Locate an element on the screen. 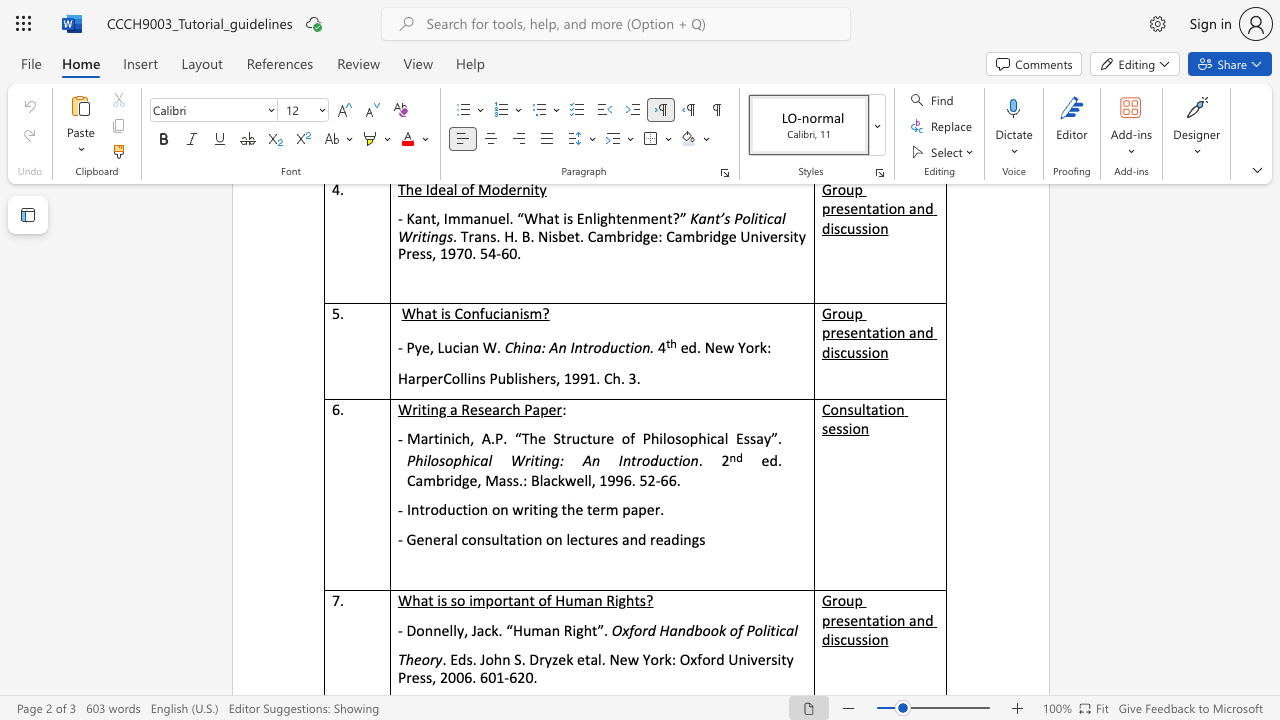 Image resolution: width=1280 pixels, height=720 pixels. the subset text "es and readin" within the text "- General consultation on lectures and readings" is located at coordinates (603, 540).